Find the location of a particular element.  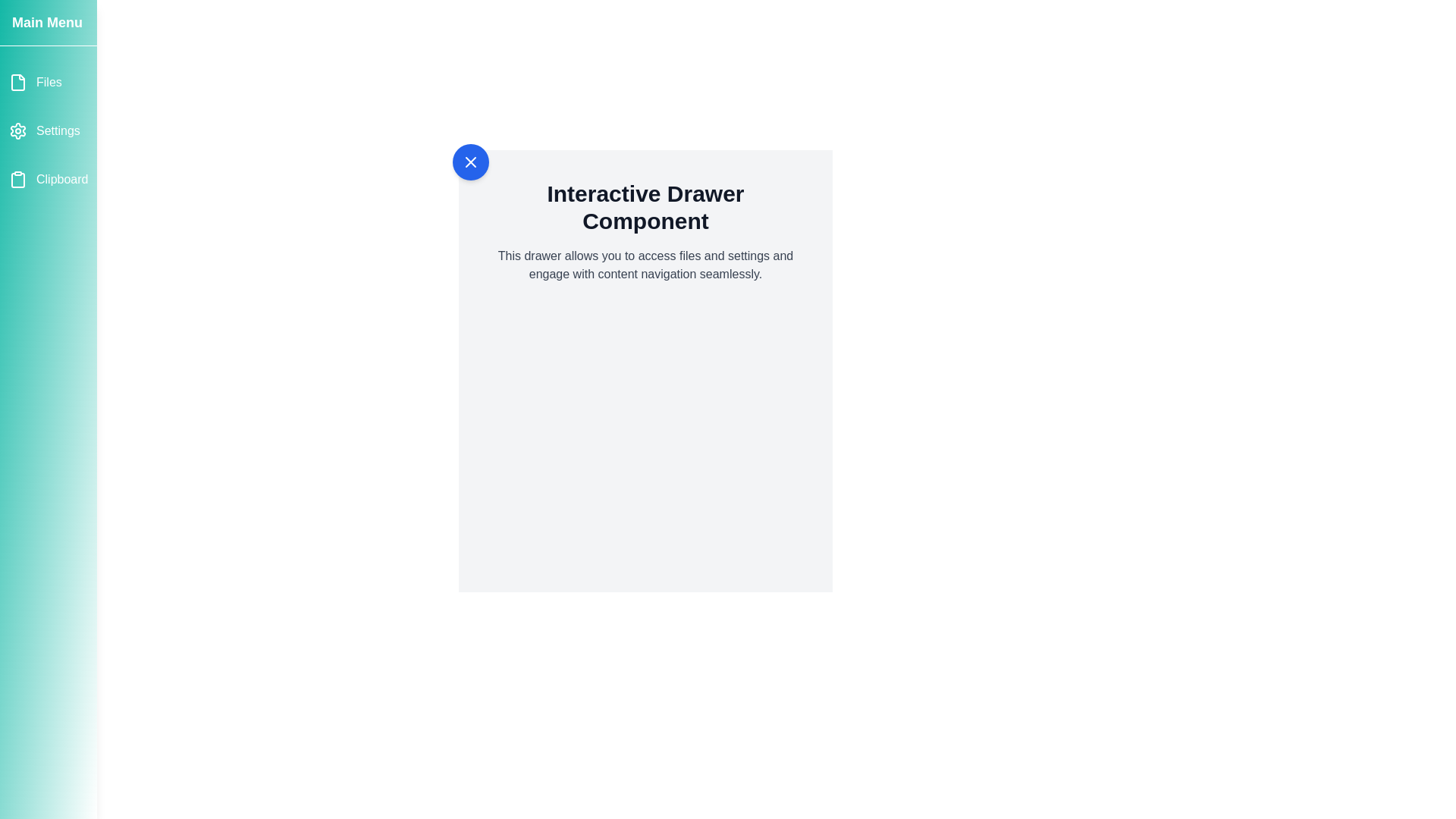

the menu item Settings to observe the hover effect is located at coordinates (48, 130).